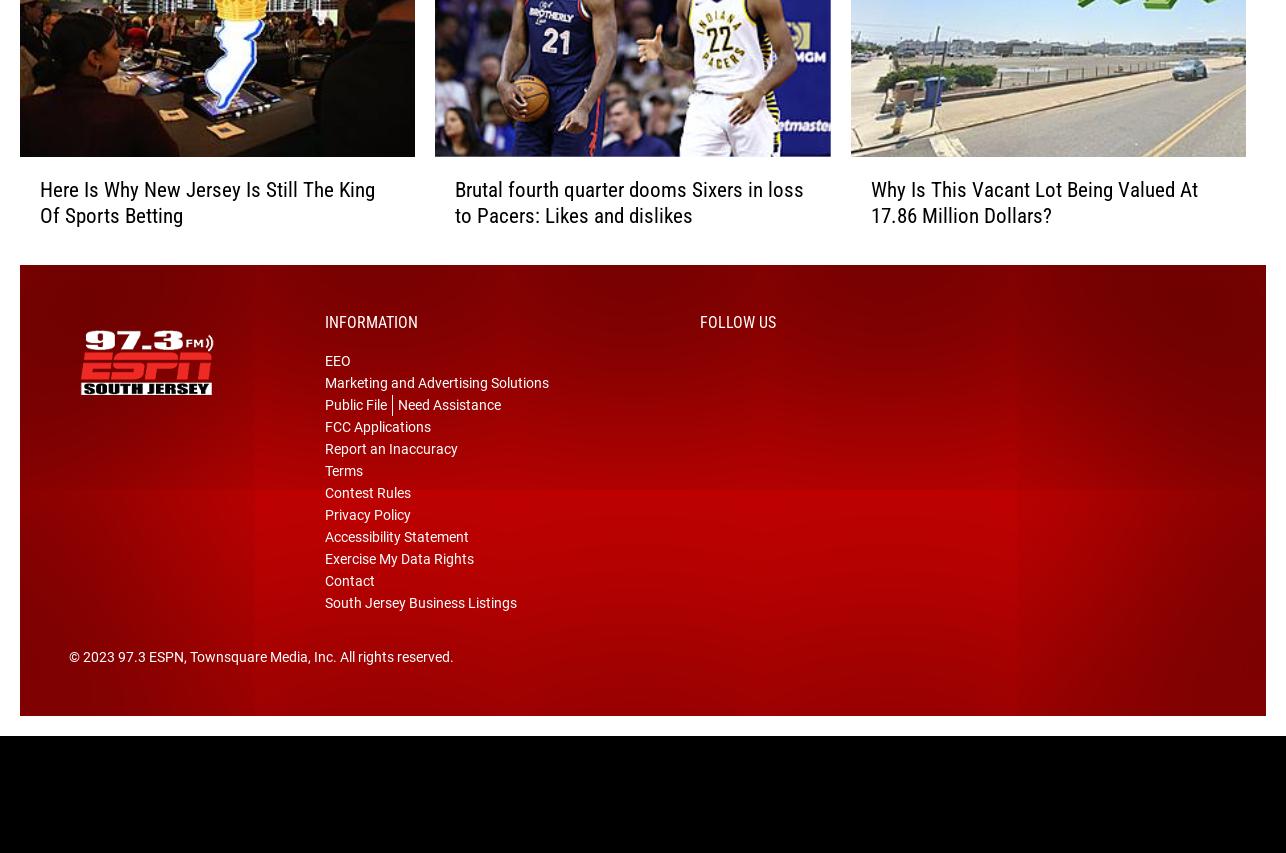  What do you see at coordinates (738, 352) in the screenshot?
I see `'Follow Us'` at bounding box center [738, 352].